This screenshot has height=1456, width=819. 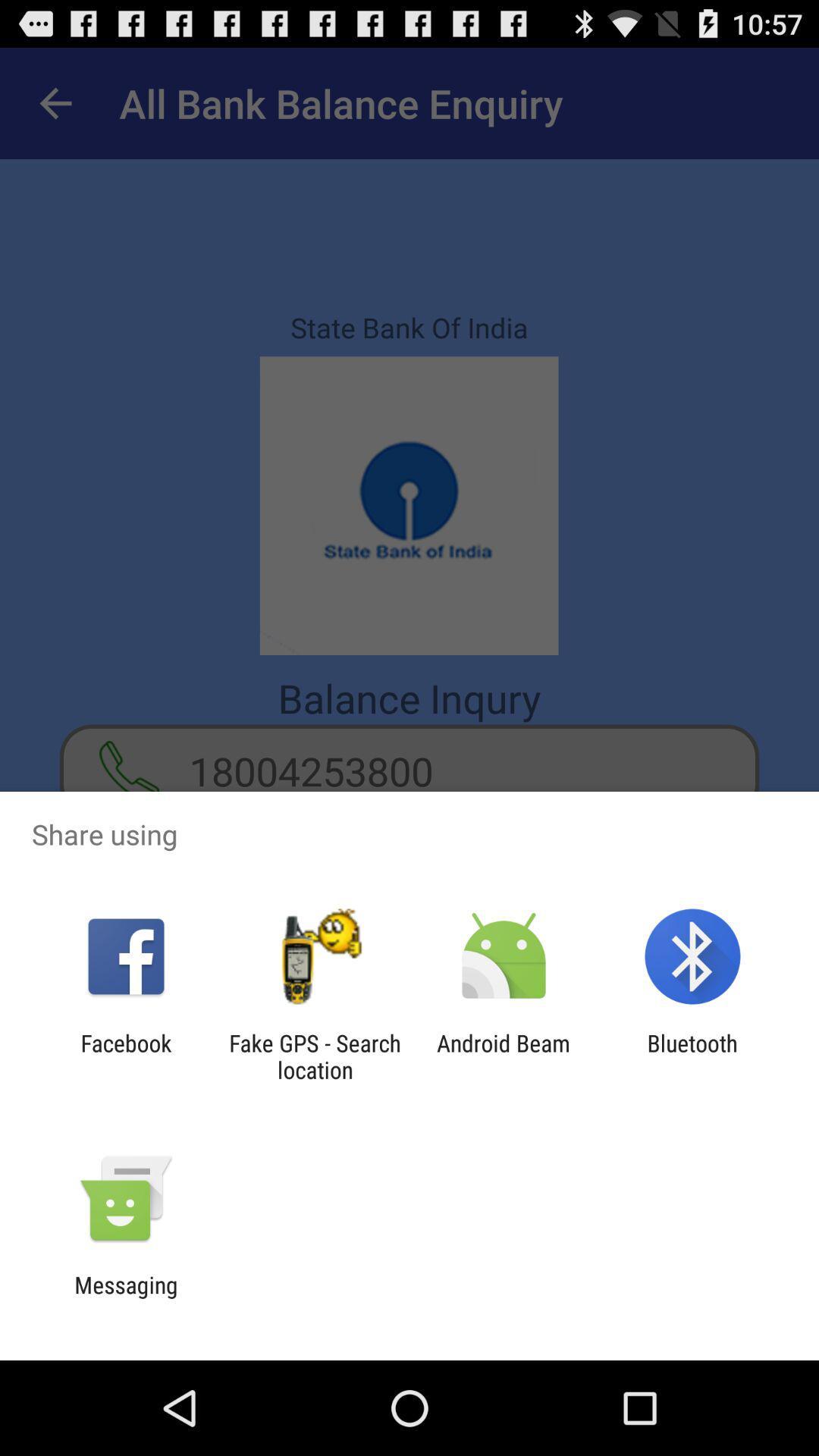 I want to click on fake gps search icon, so click(x=314, y=1056).